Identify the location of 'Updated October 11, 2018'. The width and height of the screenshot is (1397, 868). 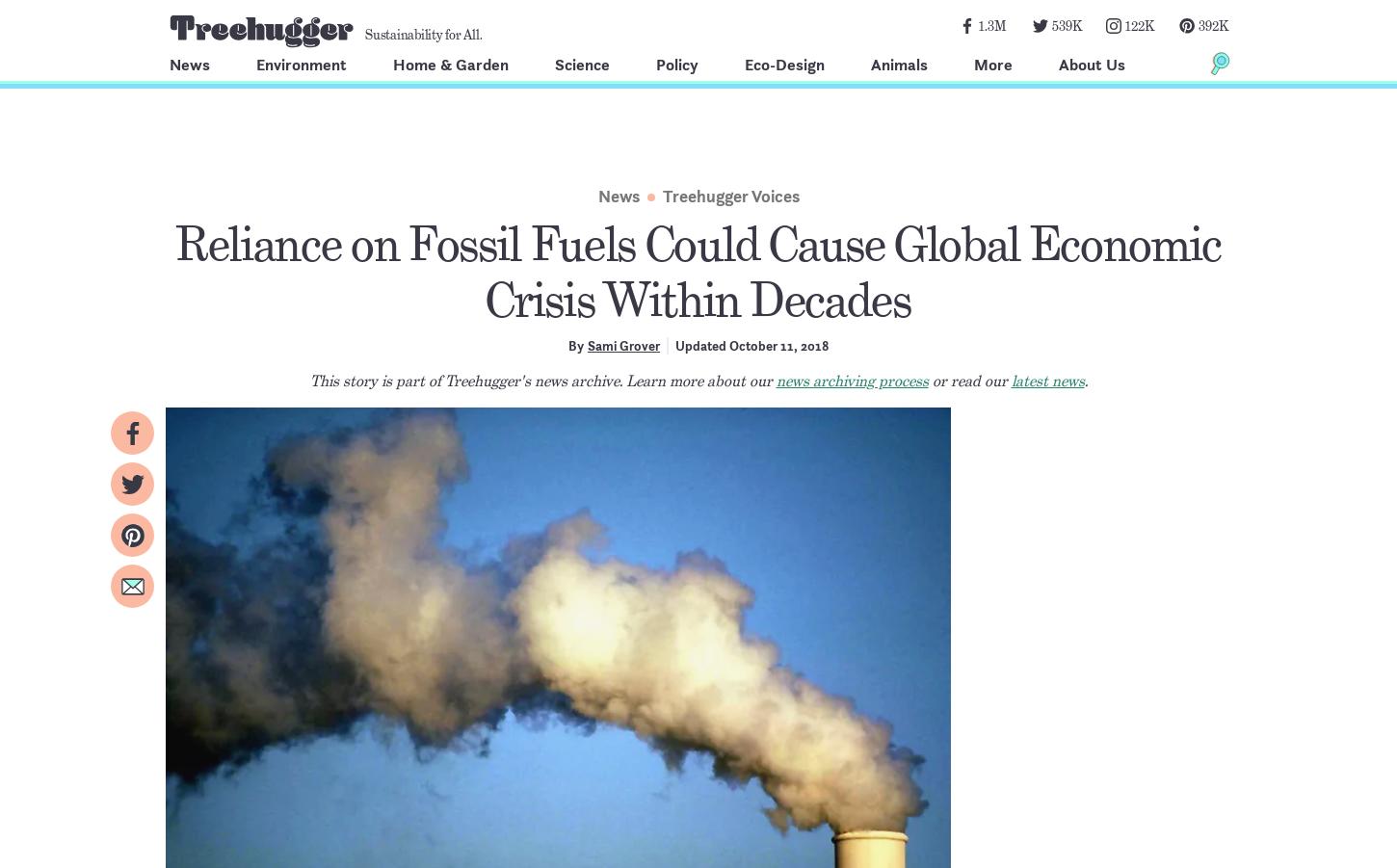
(751, 345).